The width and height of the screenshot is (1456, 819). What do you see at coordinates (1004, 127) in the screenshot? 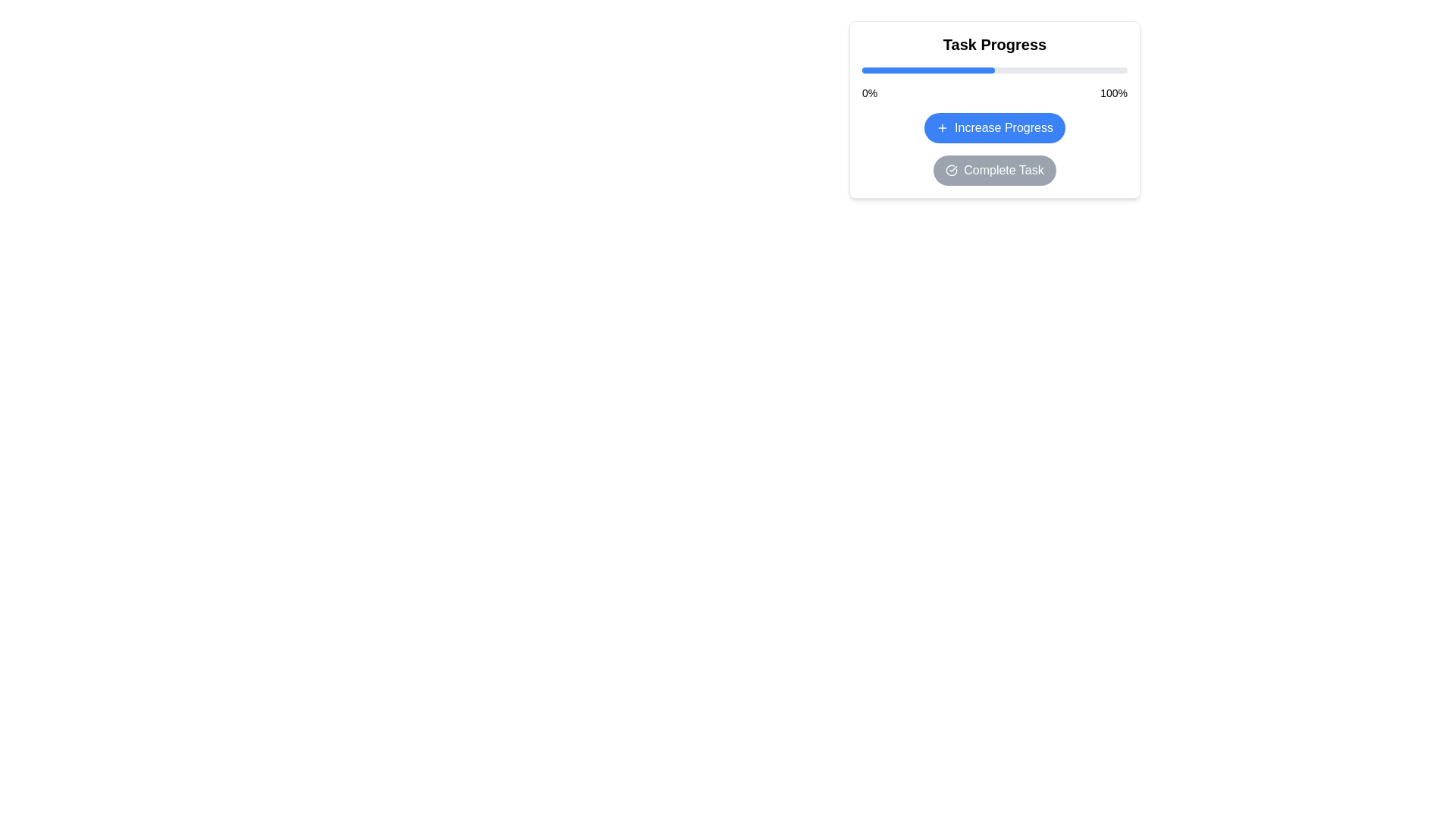
I see `the text label saying 'Increase Progress' within the button, which has a blue background and a plus icon to its left` at bounding box center [1004, 127].